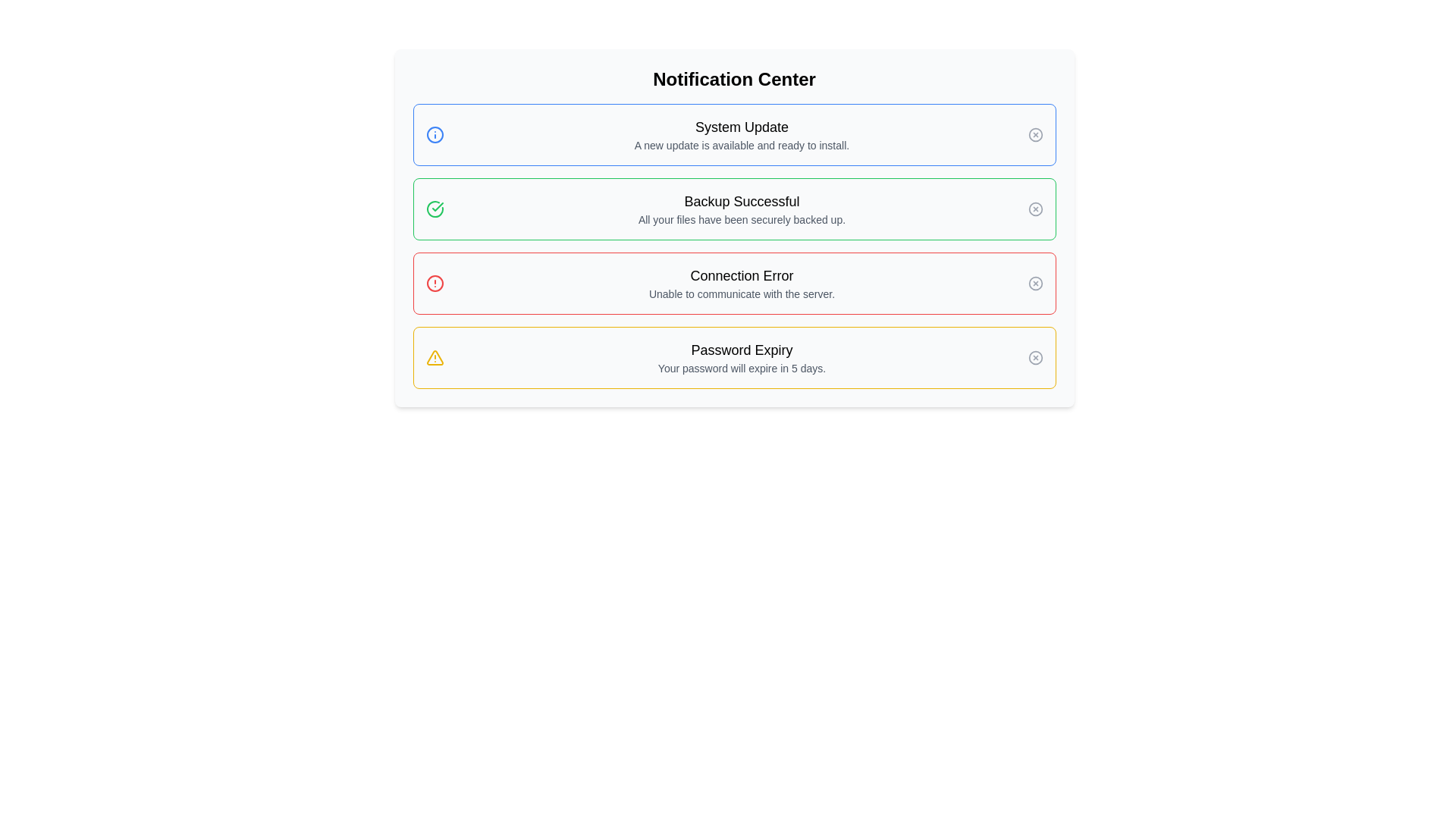  I want to click on the details of the circular blue information icon with an inner 'i' symbol located in the upper-left portion of the 'System Update' notification card, so click(434, 133).